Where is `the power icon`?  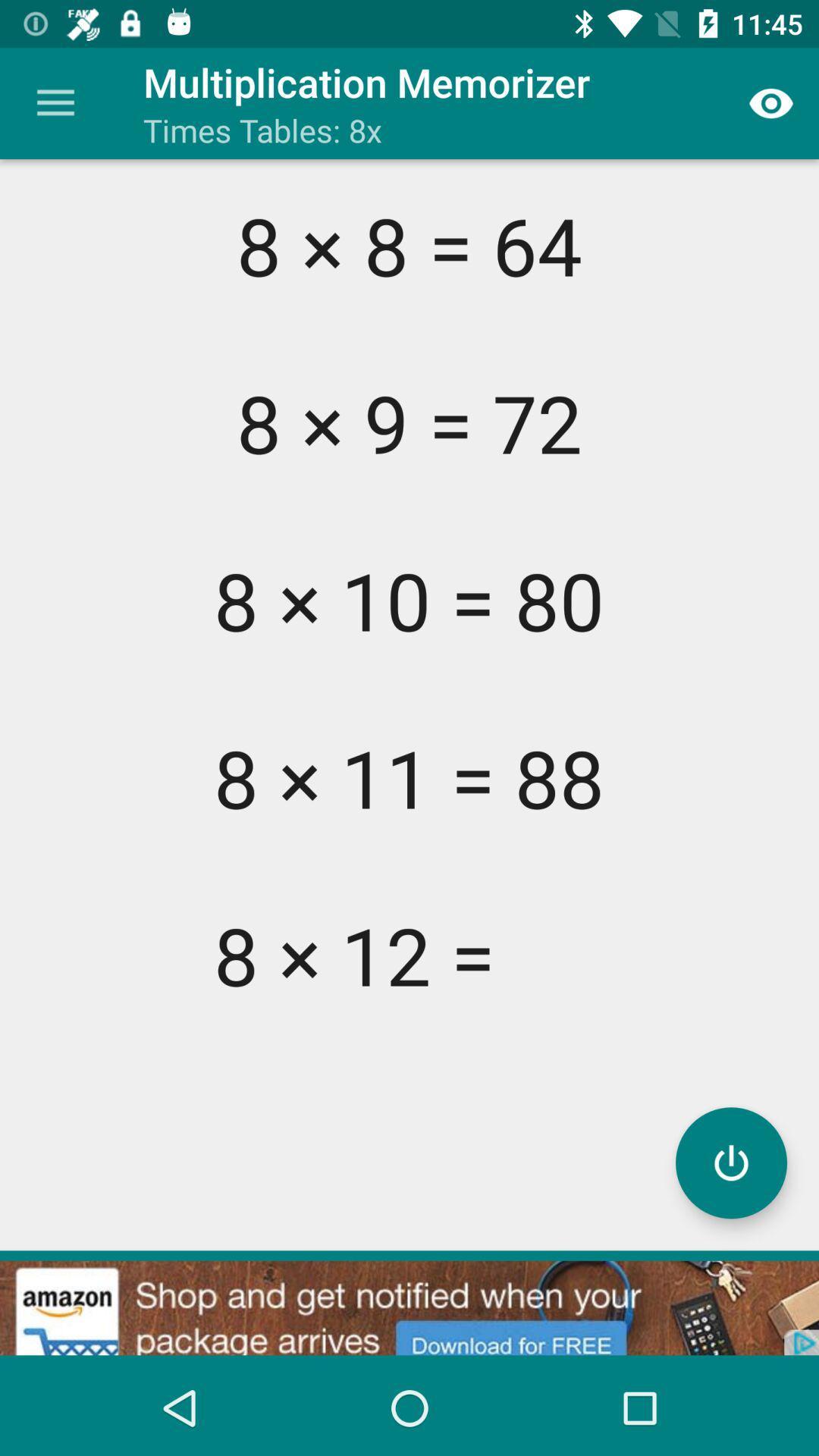 the power icon is located at coordinates (730, 1162).